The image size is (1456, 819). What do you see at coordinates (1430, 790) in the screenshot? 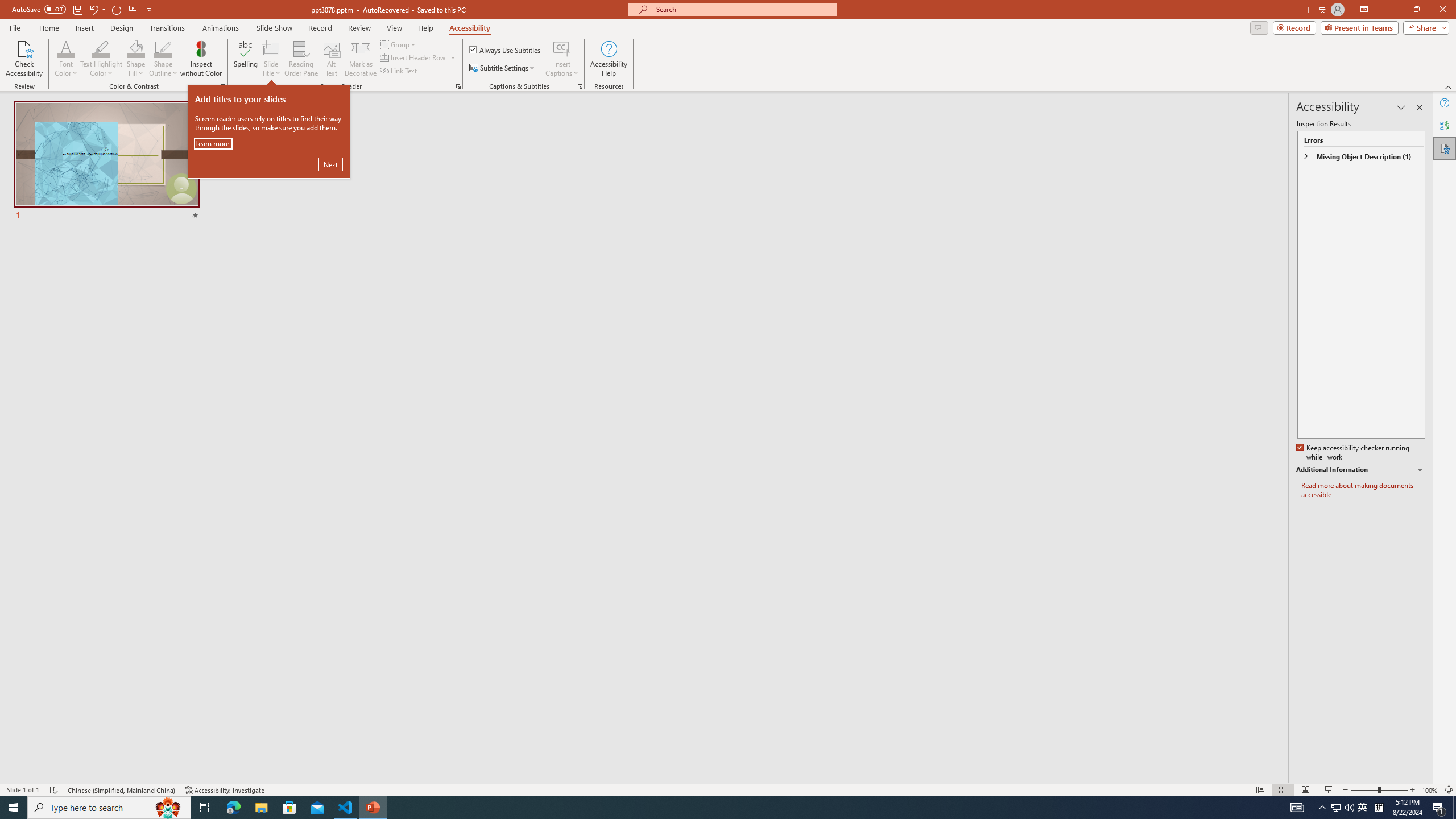
I see `'Zoom 100%'` at bounding box center [1430, 790].